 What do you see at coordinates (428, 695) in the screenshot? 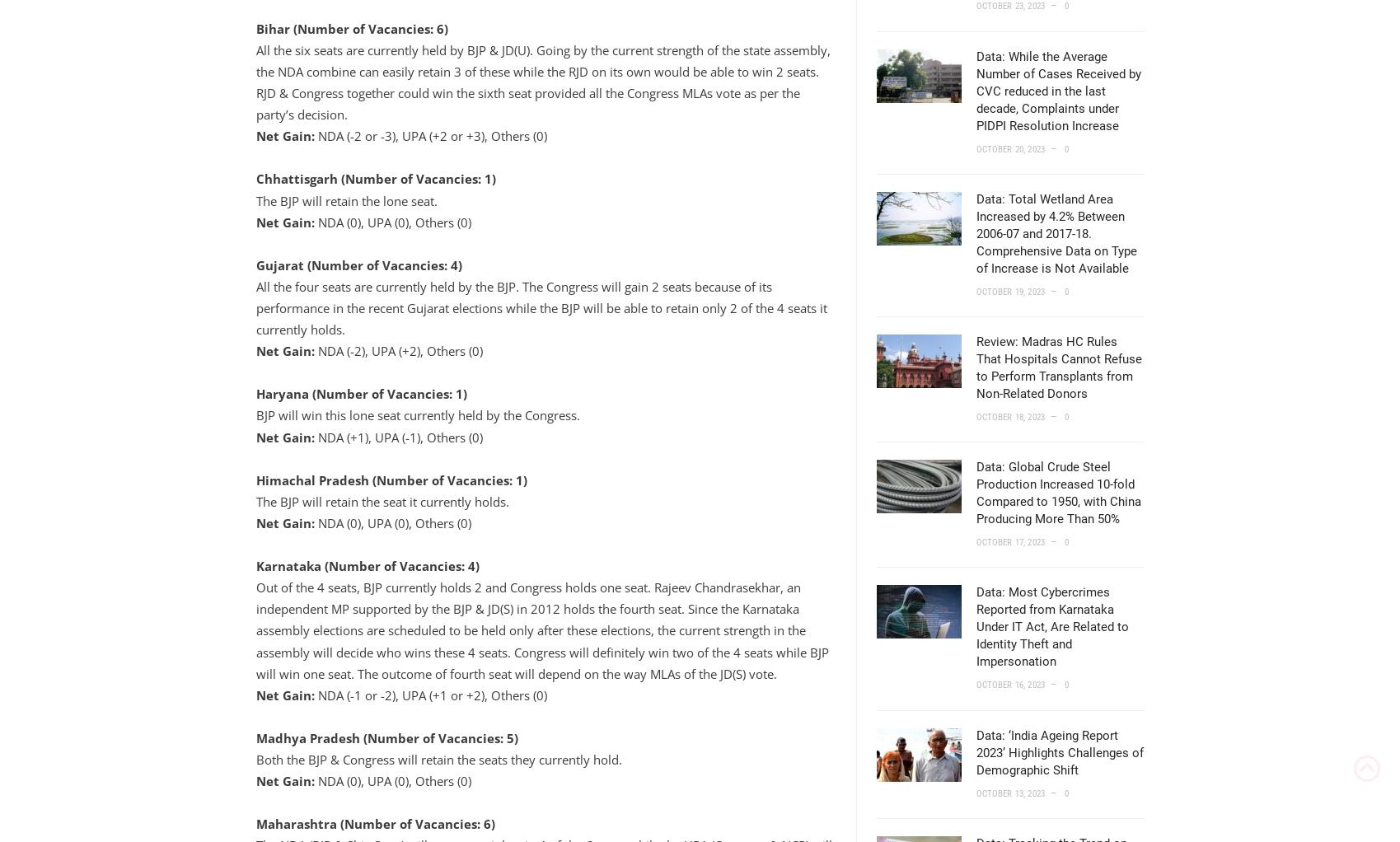
I see `'NDA (-1 or -2), UPA (+1 or +2), Others (0)'` at bounding box center [428, 695].